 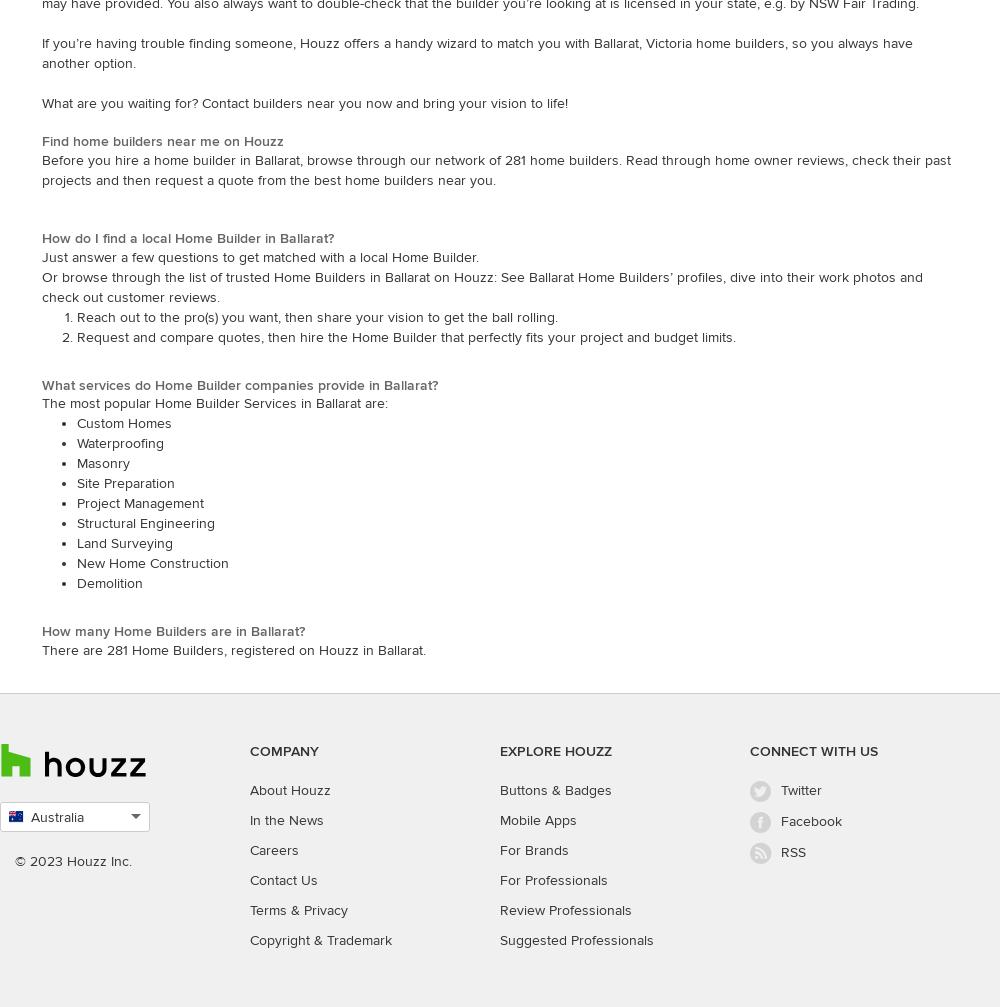 I want to click on 'Request and compare quotes, then hire the Home Builder that perfectly fits your project and budget limits.', so click(x=76, y=336).